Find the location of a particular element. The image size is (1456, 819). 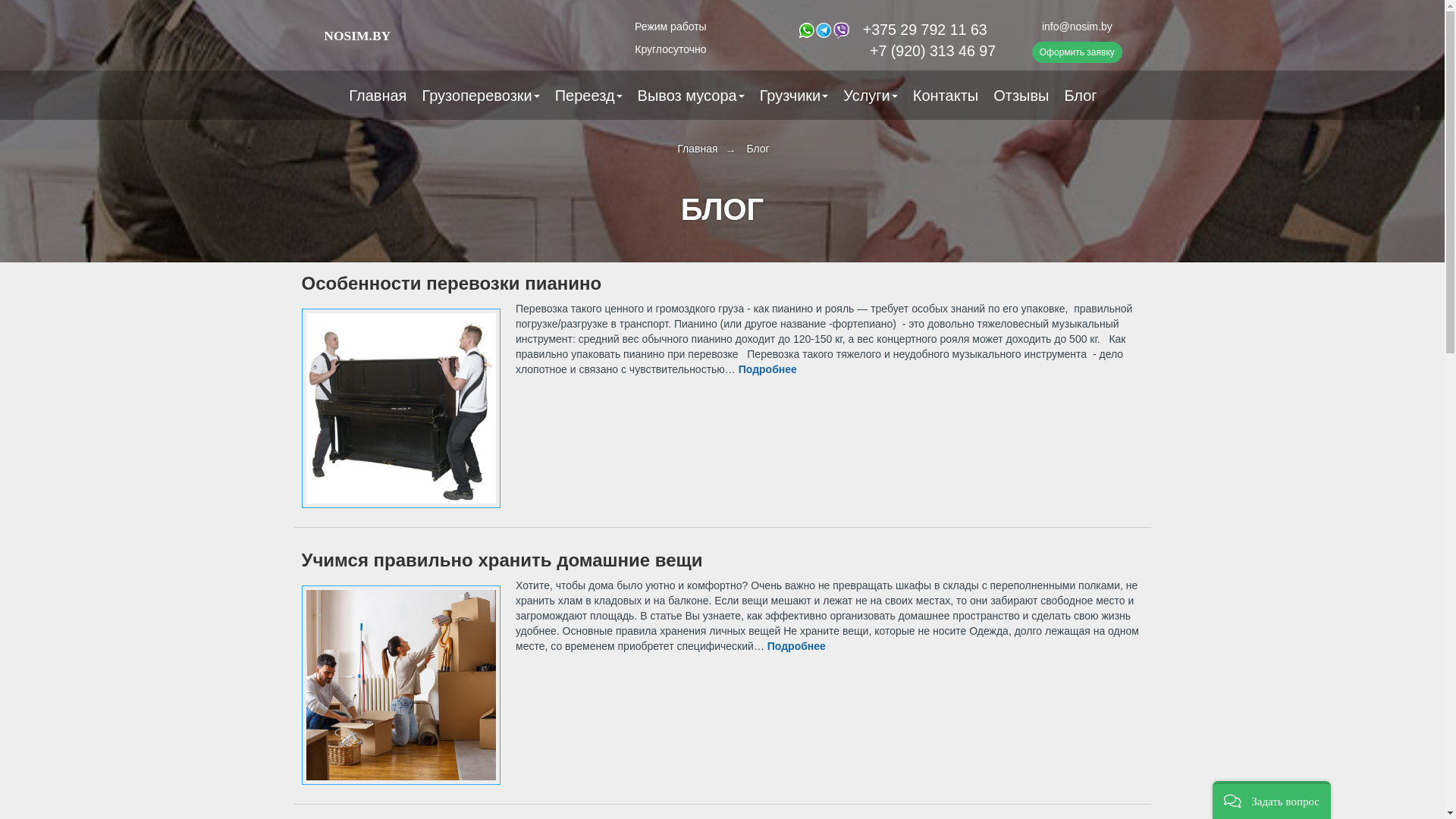

'+375 29 792 11 63' is located at coordinates (924, 29).